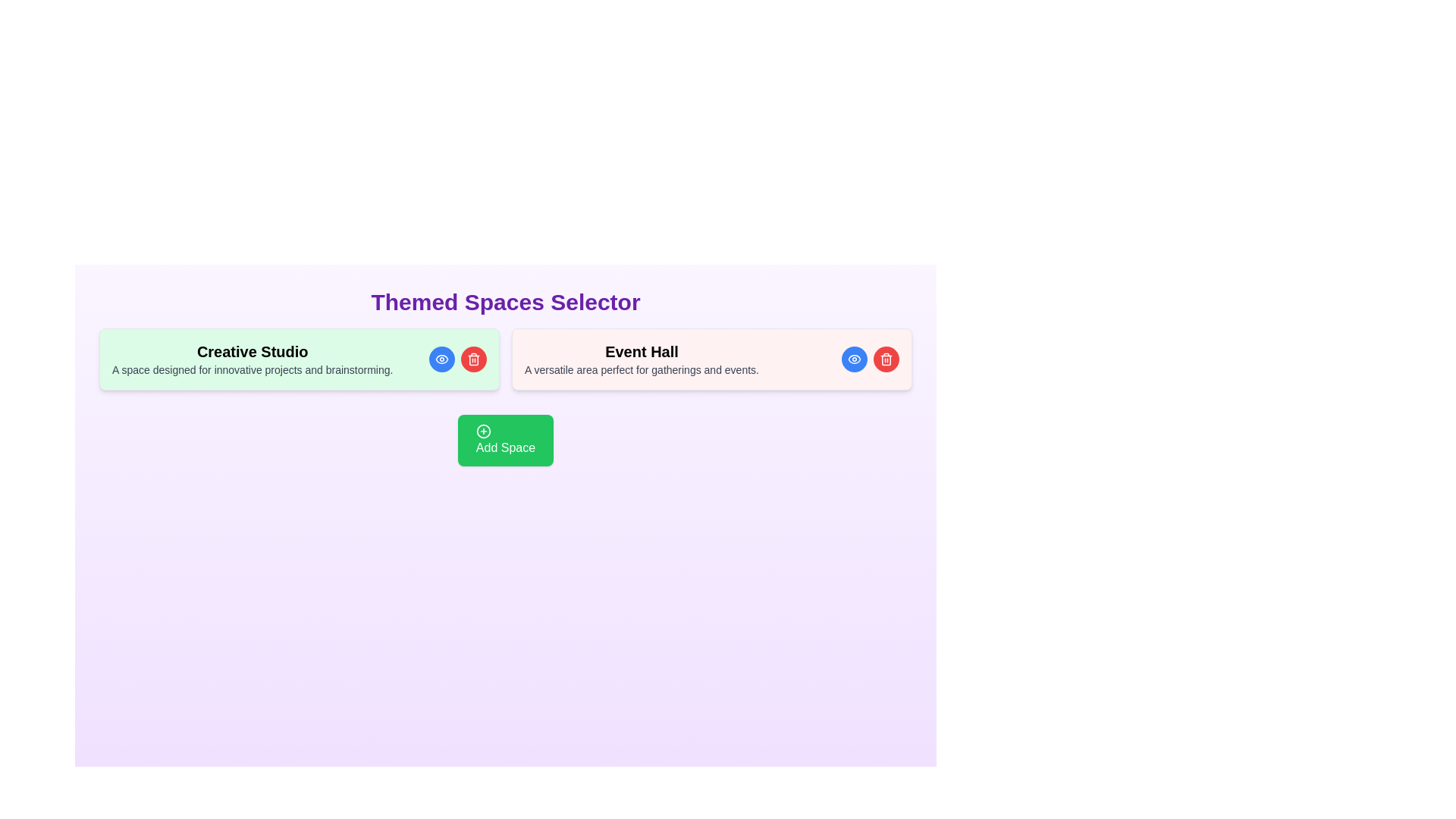  Describe the element at coordinates (855, 359) in the screenshot. I see `the 'Event Hall' button located in the right panel, positioned to the left of the red circular button with a trash icon, for accessibility purposes` at that location.